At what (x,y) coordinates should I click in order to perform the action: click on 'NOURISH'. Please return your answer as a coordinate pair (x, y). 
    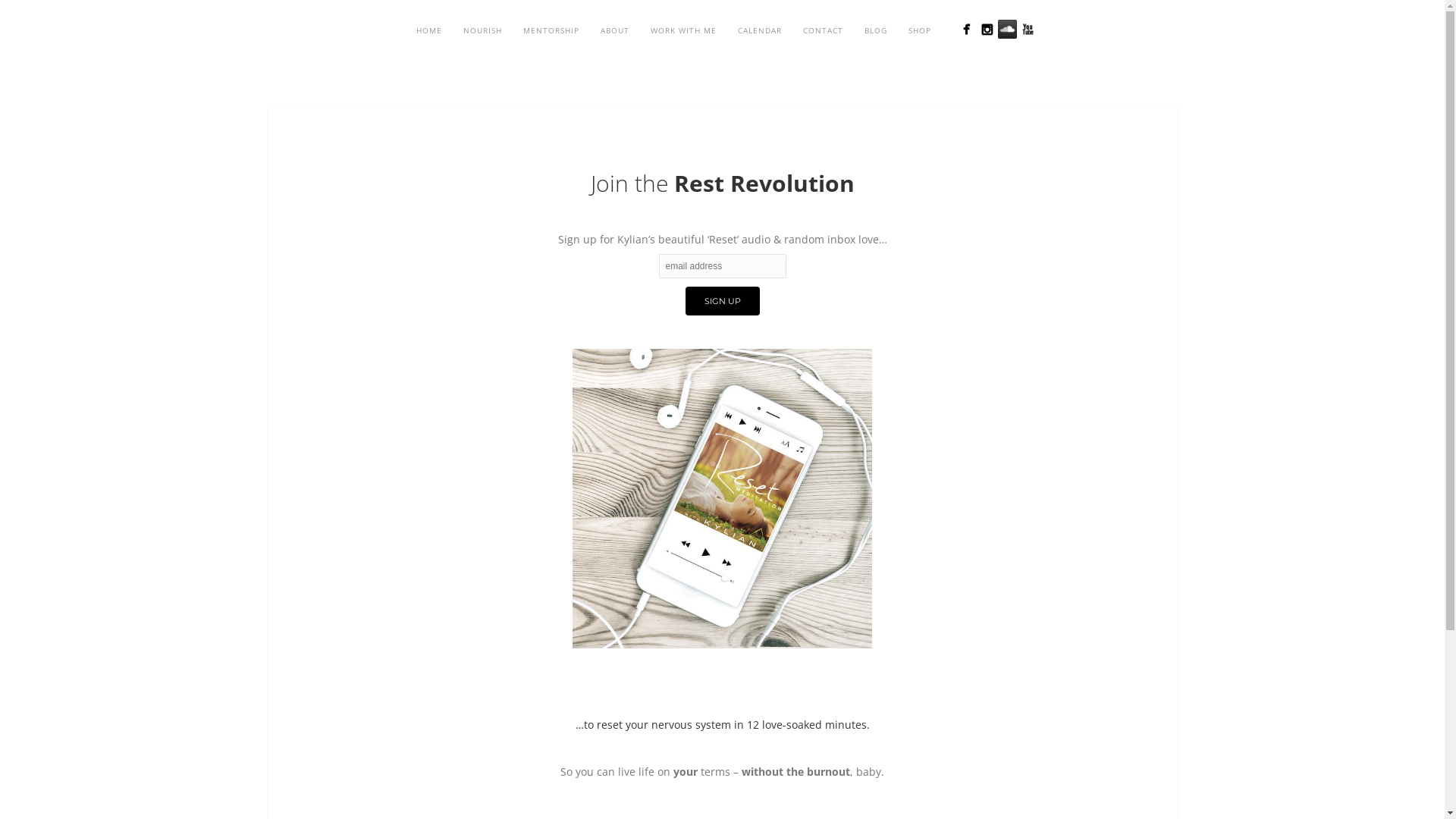
    Looking at the image, I should click on (482, 30).